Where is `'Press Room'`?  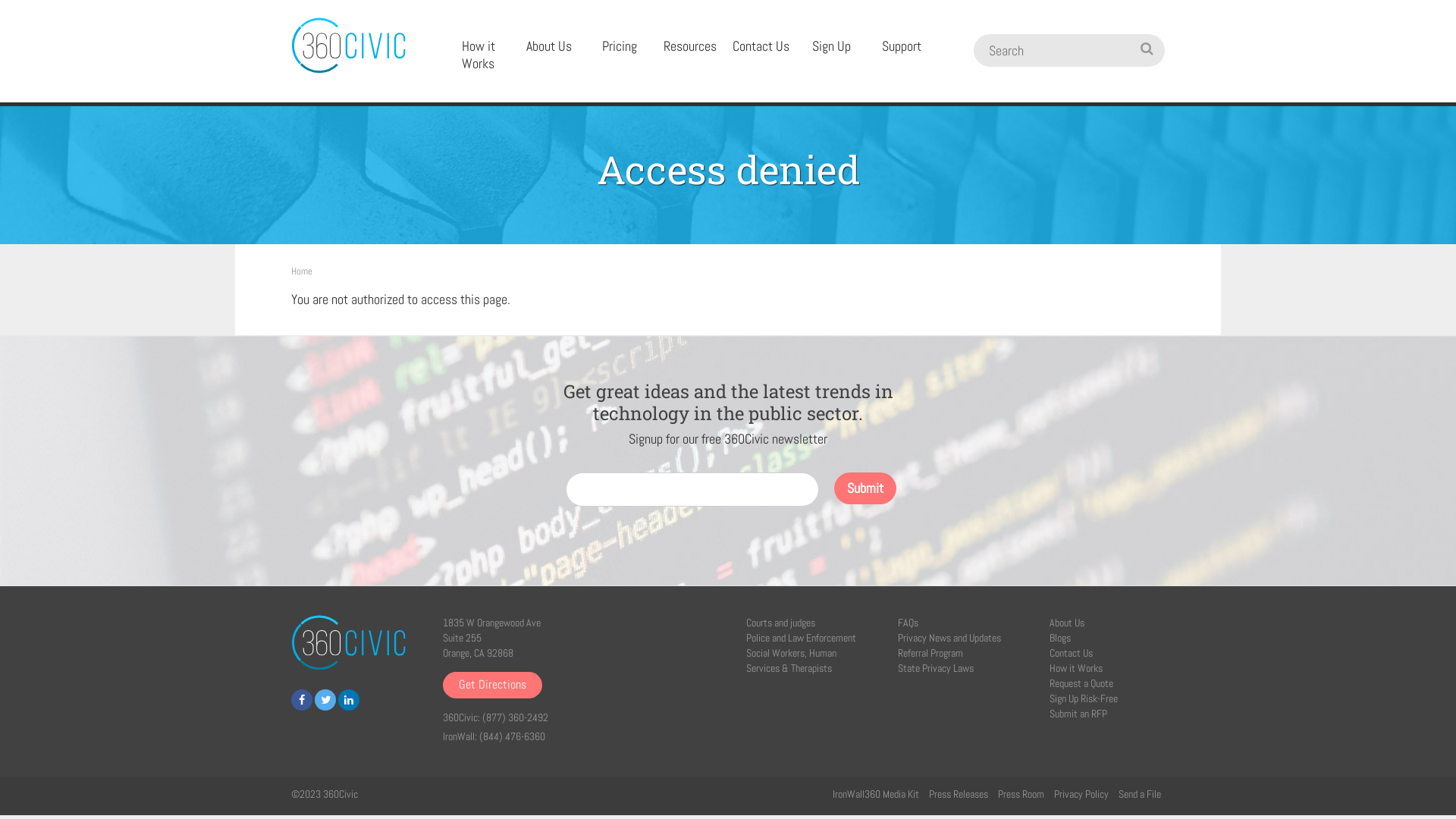
'Press Room' is located at coordinates (997, 792).